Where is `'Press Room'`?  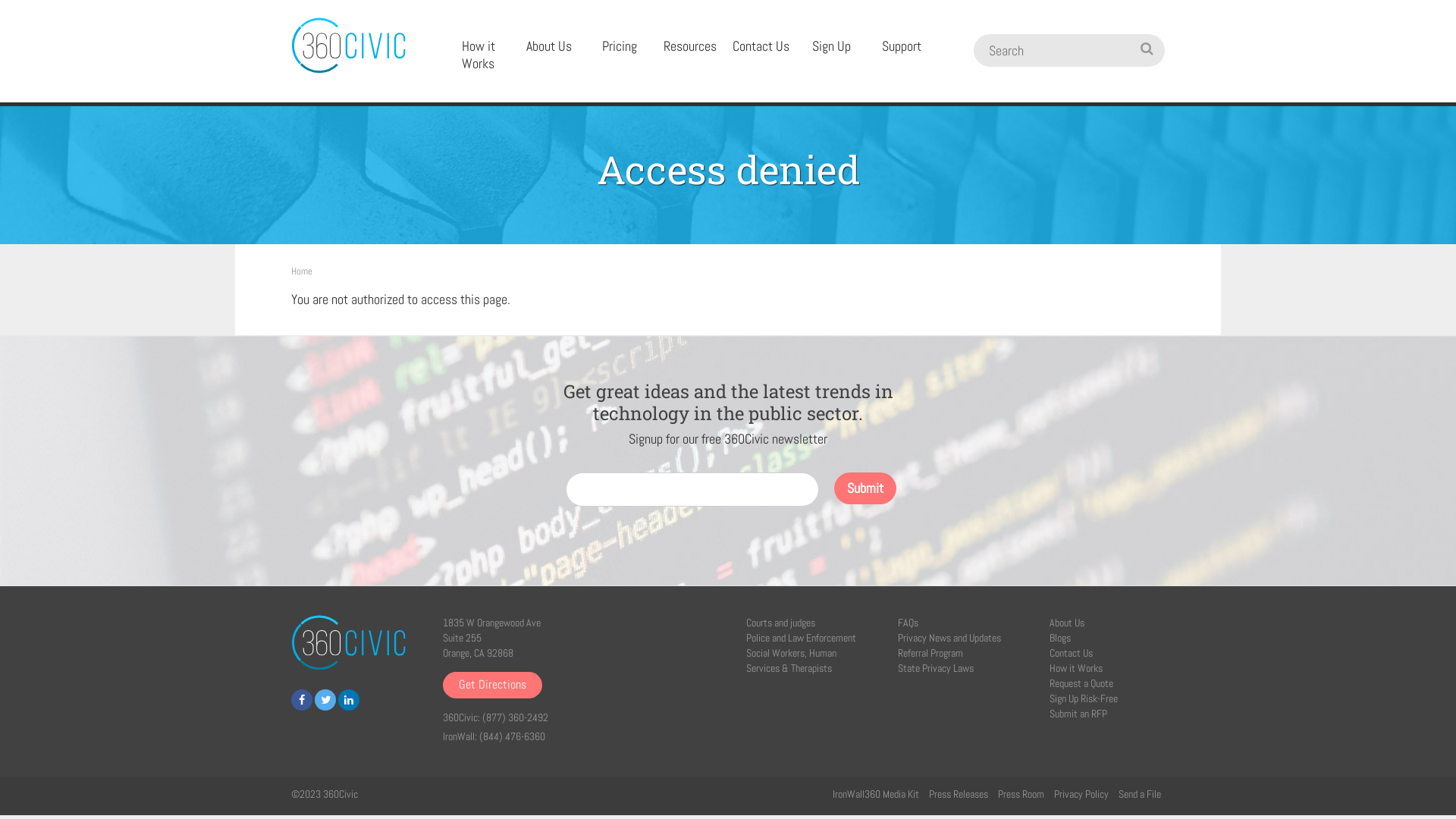
'Press Room' is located at coordinates (997, 792).